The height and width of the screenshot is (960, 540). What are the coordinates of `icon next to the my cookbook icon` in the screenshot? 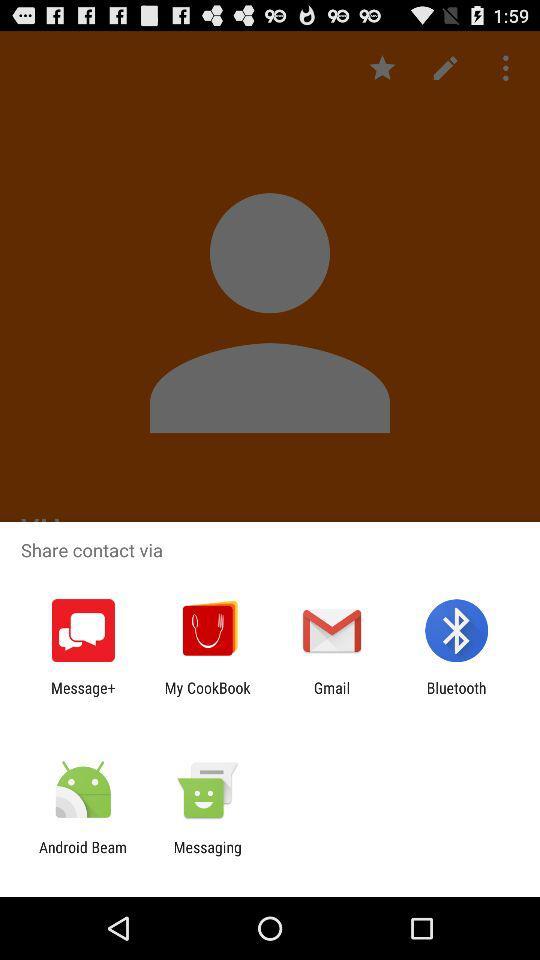 It's located at (82, 696).